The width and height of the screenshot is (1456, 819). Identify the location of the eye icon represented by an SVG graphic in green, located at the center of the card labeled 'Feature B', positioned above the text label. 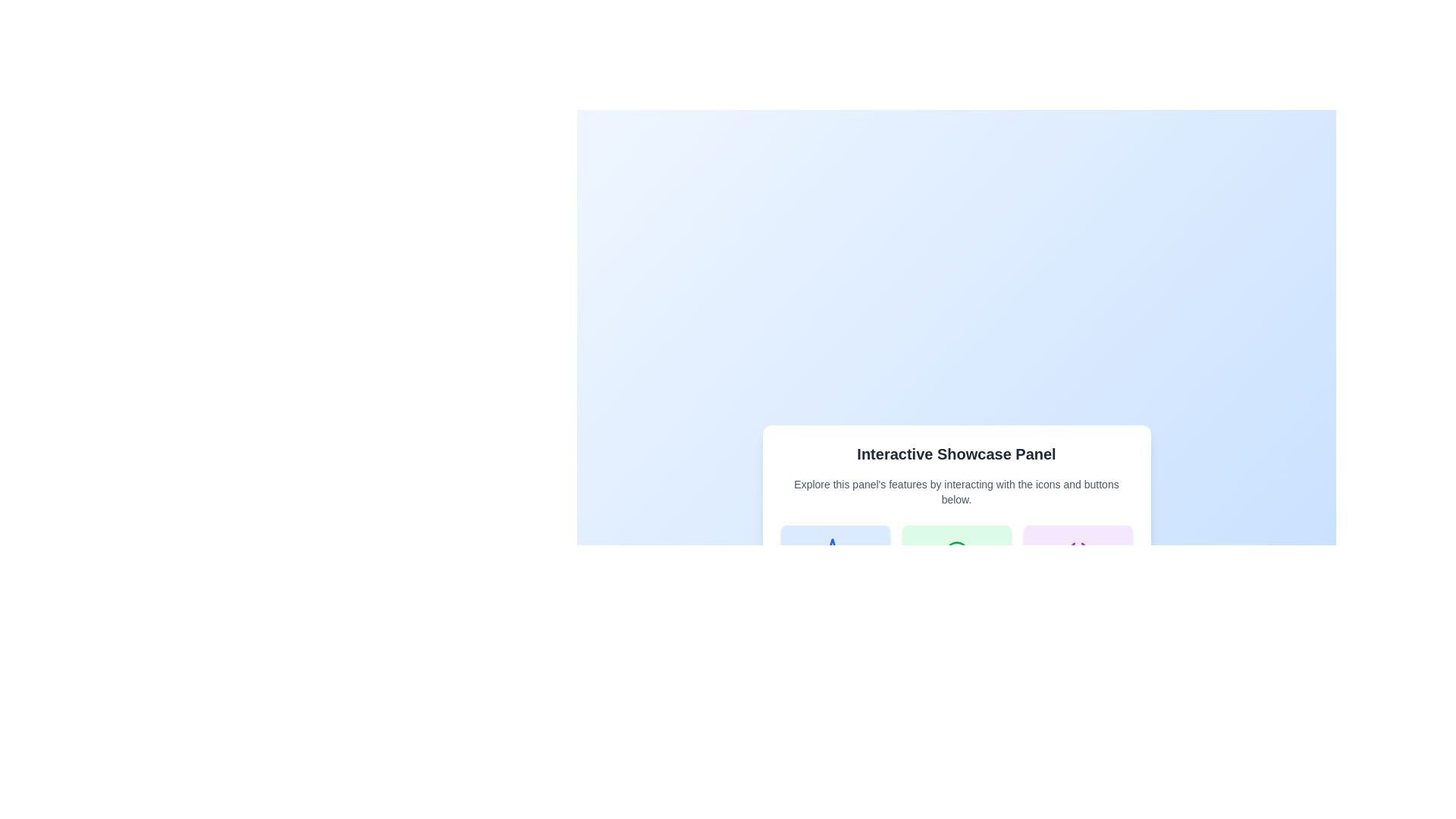
(955, 550).